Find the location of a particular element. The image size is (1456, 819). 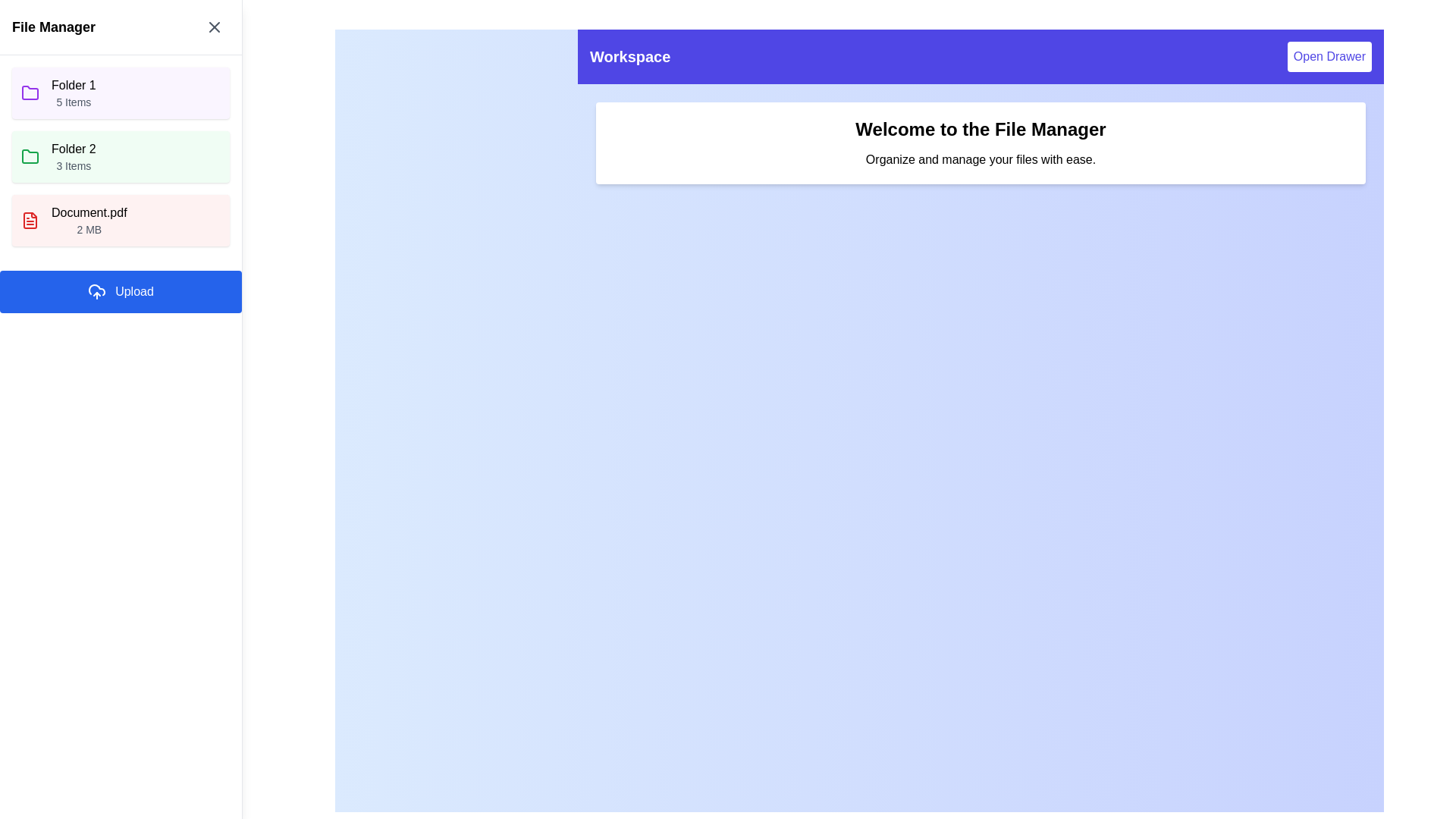

the 'X' shaped close icon located at the top-right corner of the File Manager panel is located at coordinates (214, 27).